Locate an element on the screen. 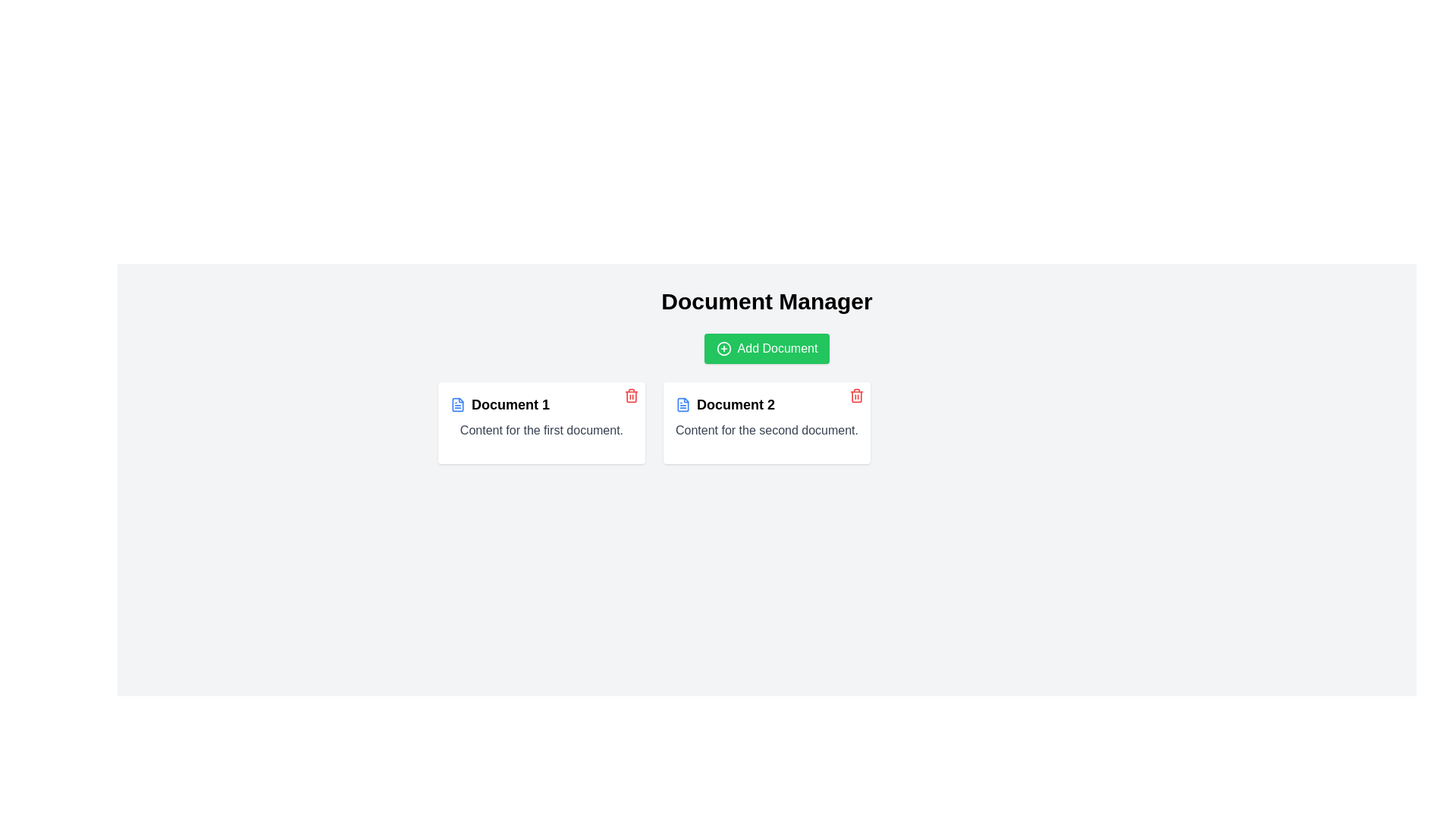  the Text label in the top-left corner of the first card to visually identify and focus on the document is located at coordinates (510, 403).